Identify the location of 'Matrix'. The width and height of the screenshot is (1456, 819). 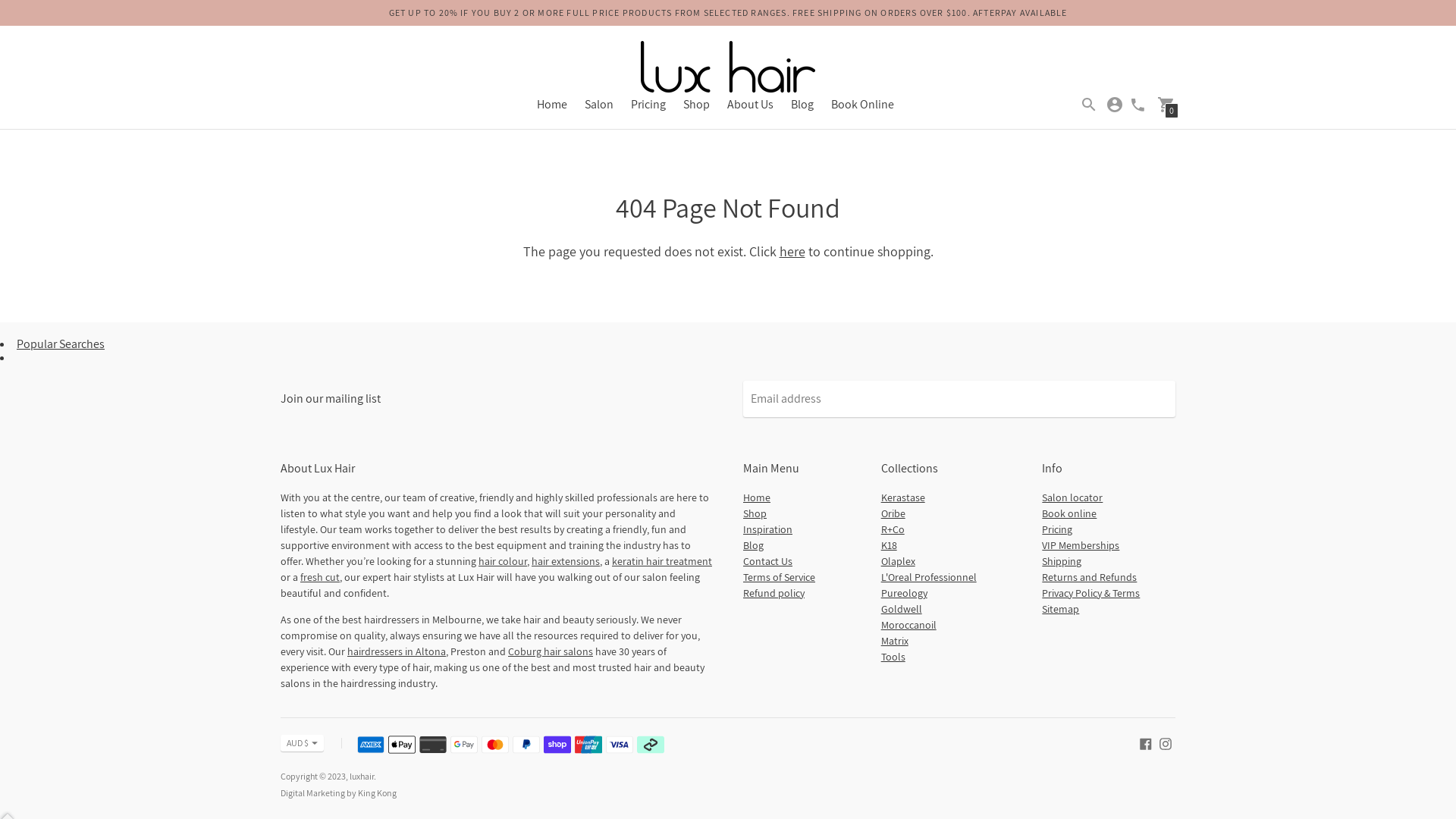
(895, 640).